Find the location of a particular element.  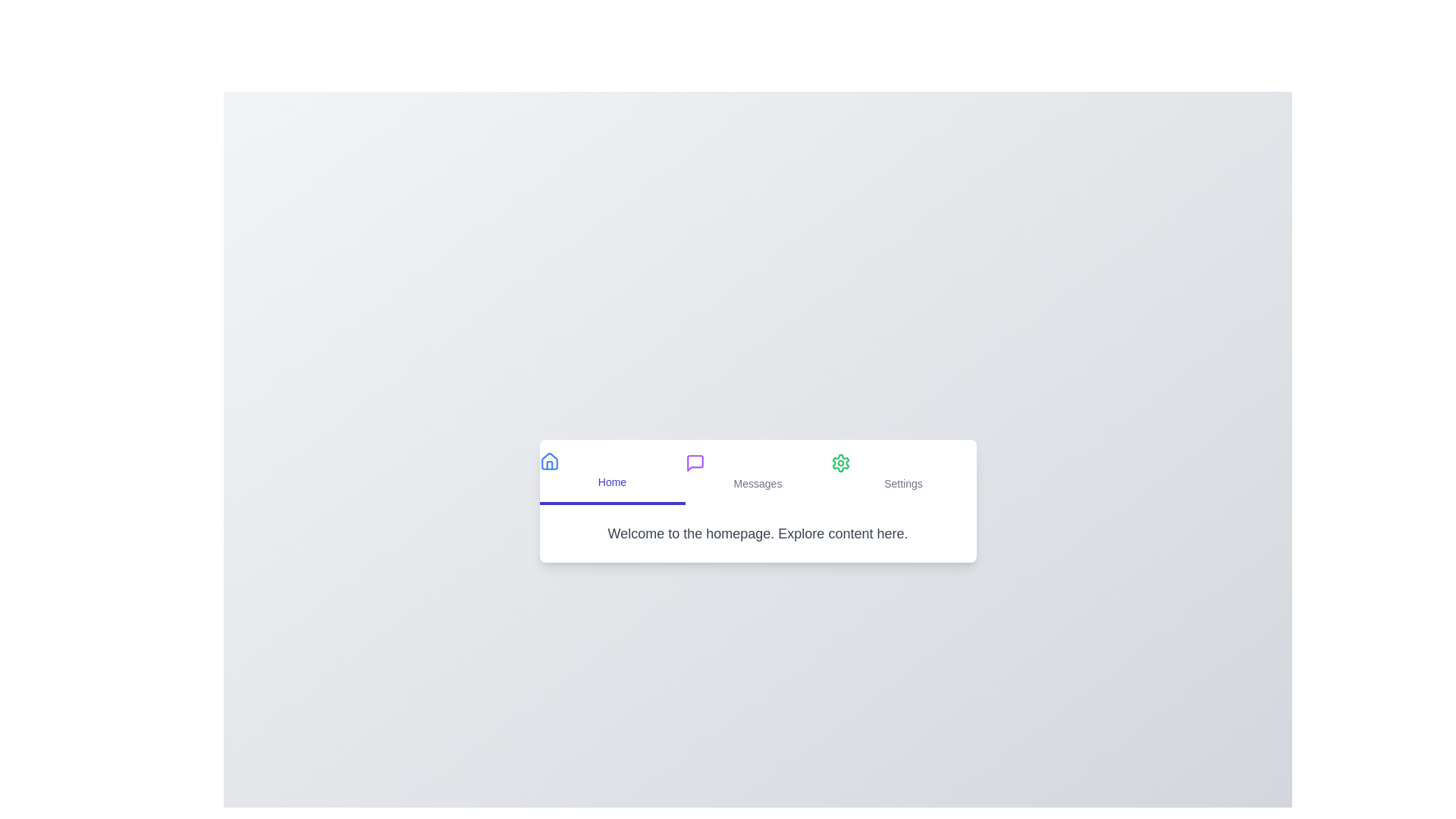

the tab Messages is located at coordinates (758, 472).